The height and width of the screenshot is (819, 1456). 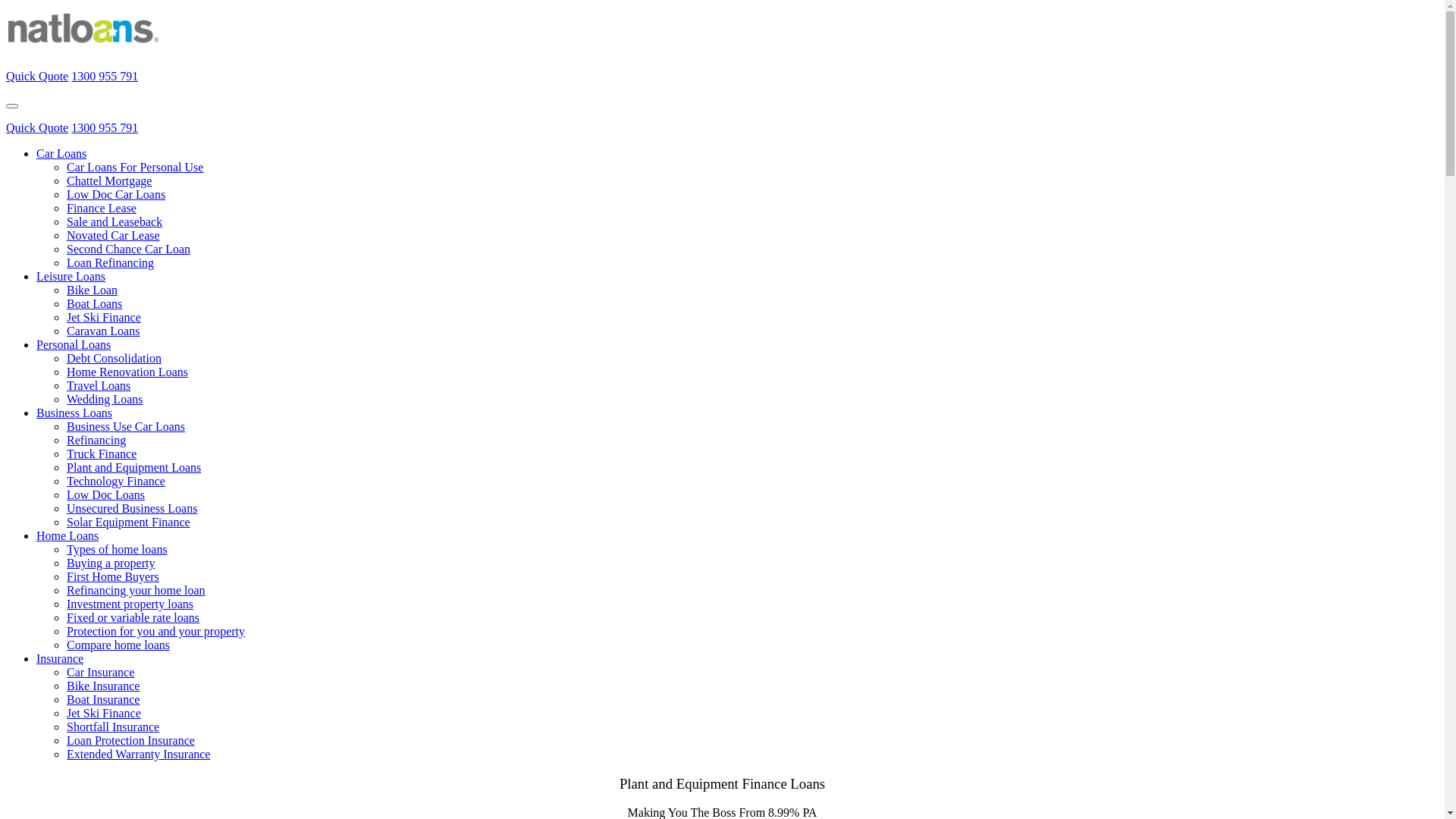 What do you see at coordinates (115, 481) in the screenshot?
I see `'Technology Finance'` at bounding box center [115, 481].